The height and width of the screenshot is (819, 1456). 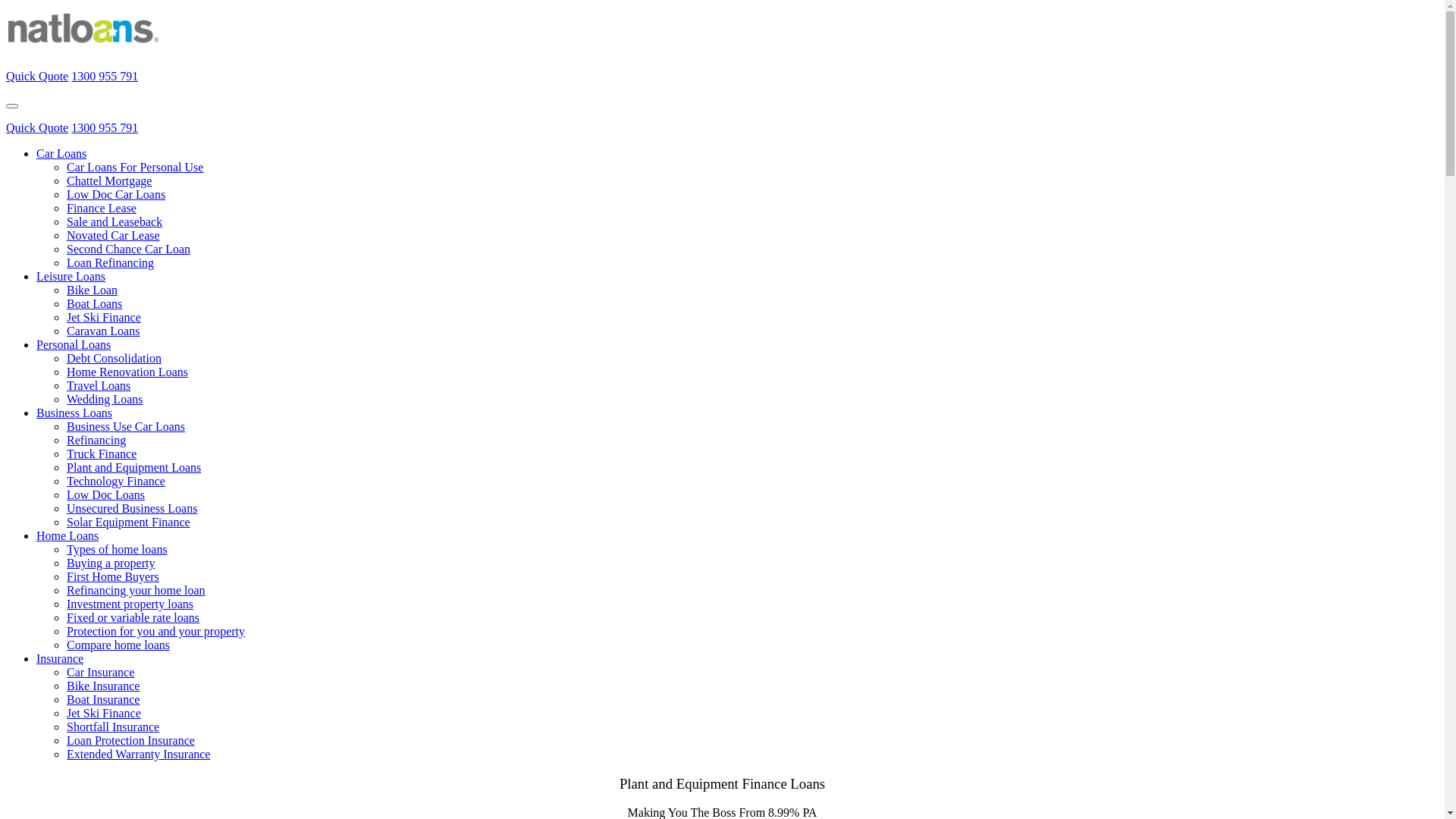 What do you see at coordinates (115, 481) in the screenshot?
I see `'Technology Finance'` at bounding box center [115, 481].